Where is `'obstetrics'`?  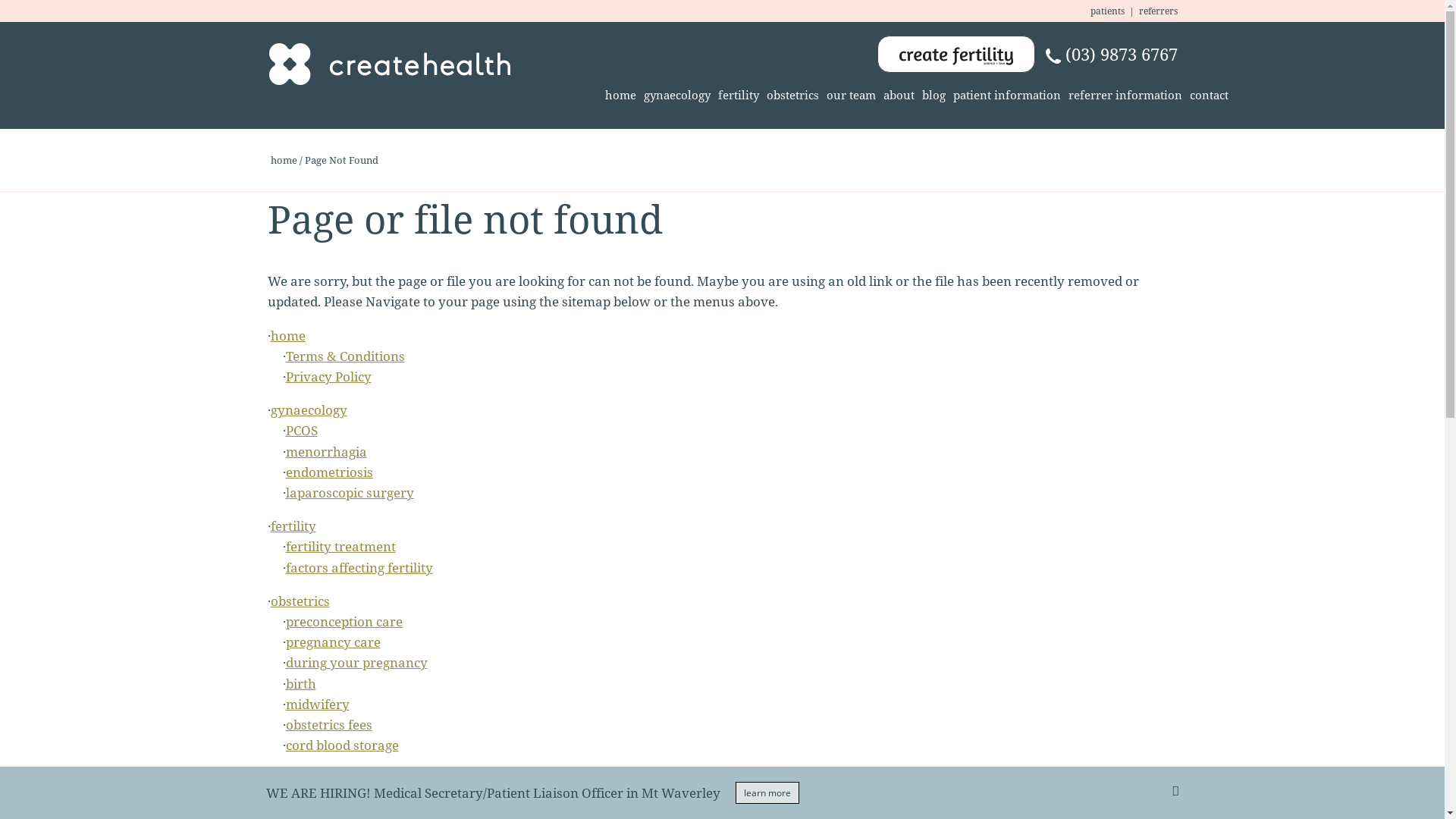
'obstetrics' is located at coordinates (792, 96).